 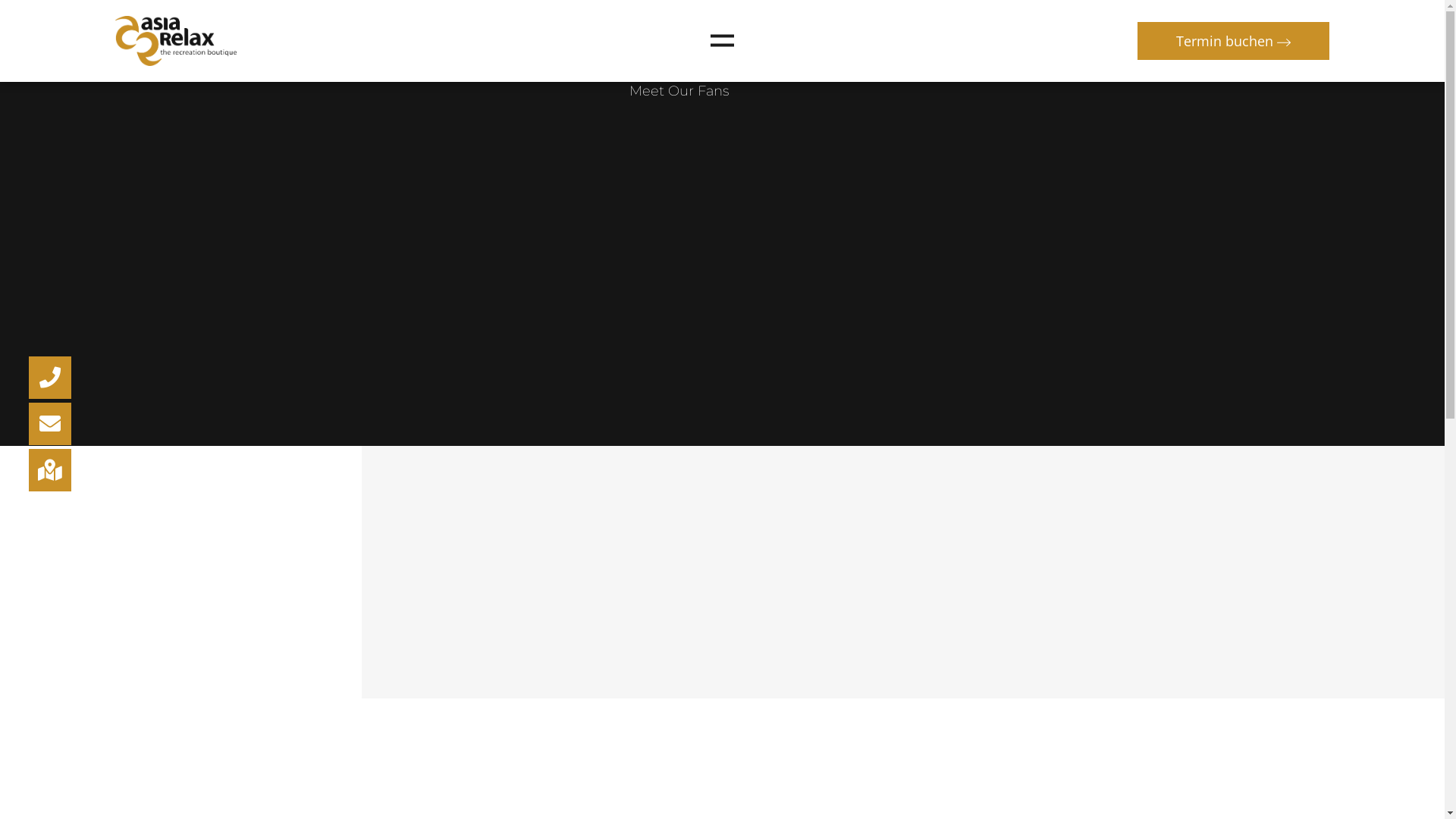 I want to click on 'Termin buchen', so click(x=1233, y=40).